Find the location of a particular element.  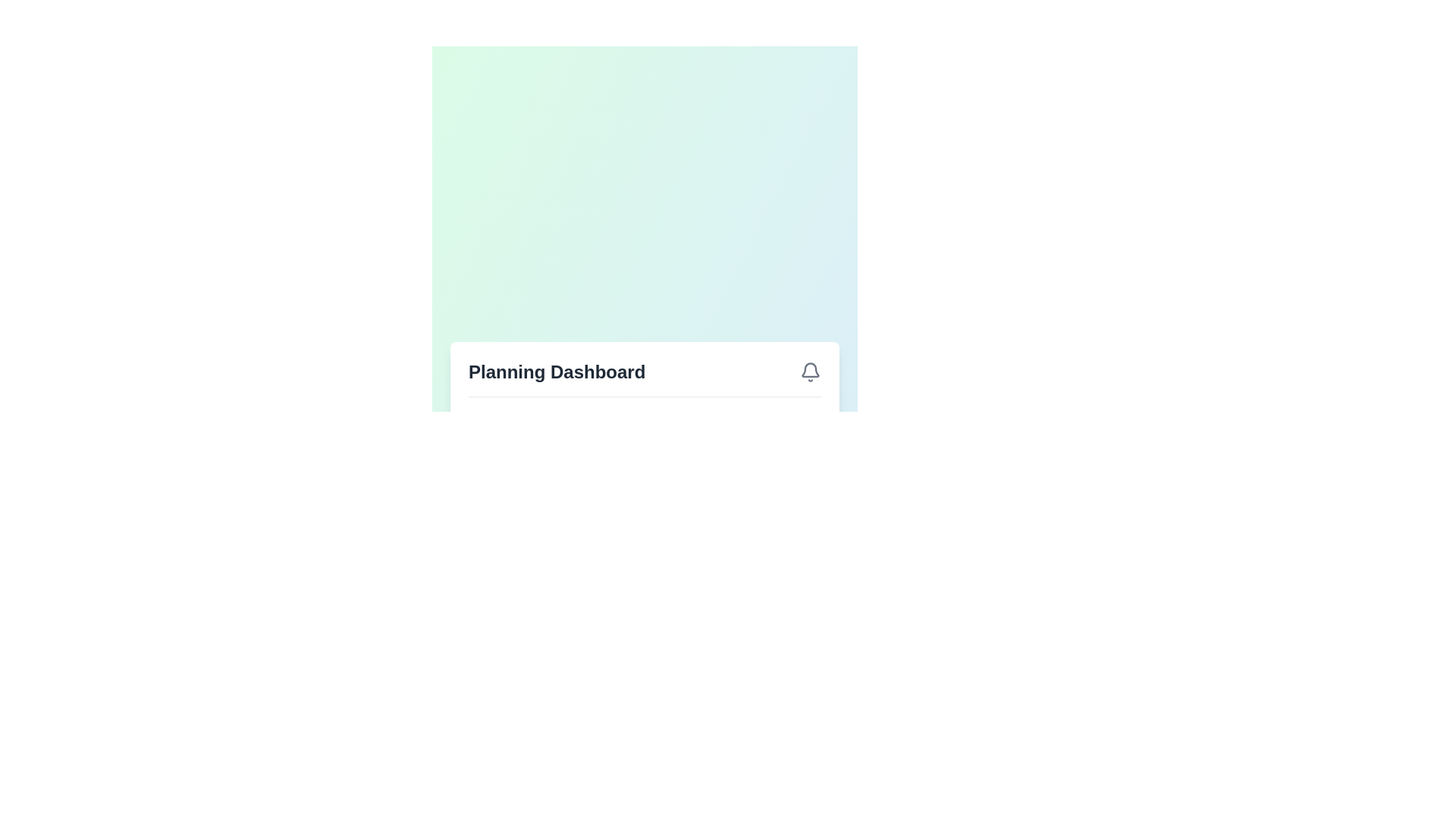

the text label displaying 'Planning Dashboard' in a bold font located in the header section, positioned to the left of the bell icon is located at coordinates (556, 372).